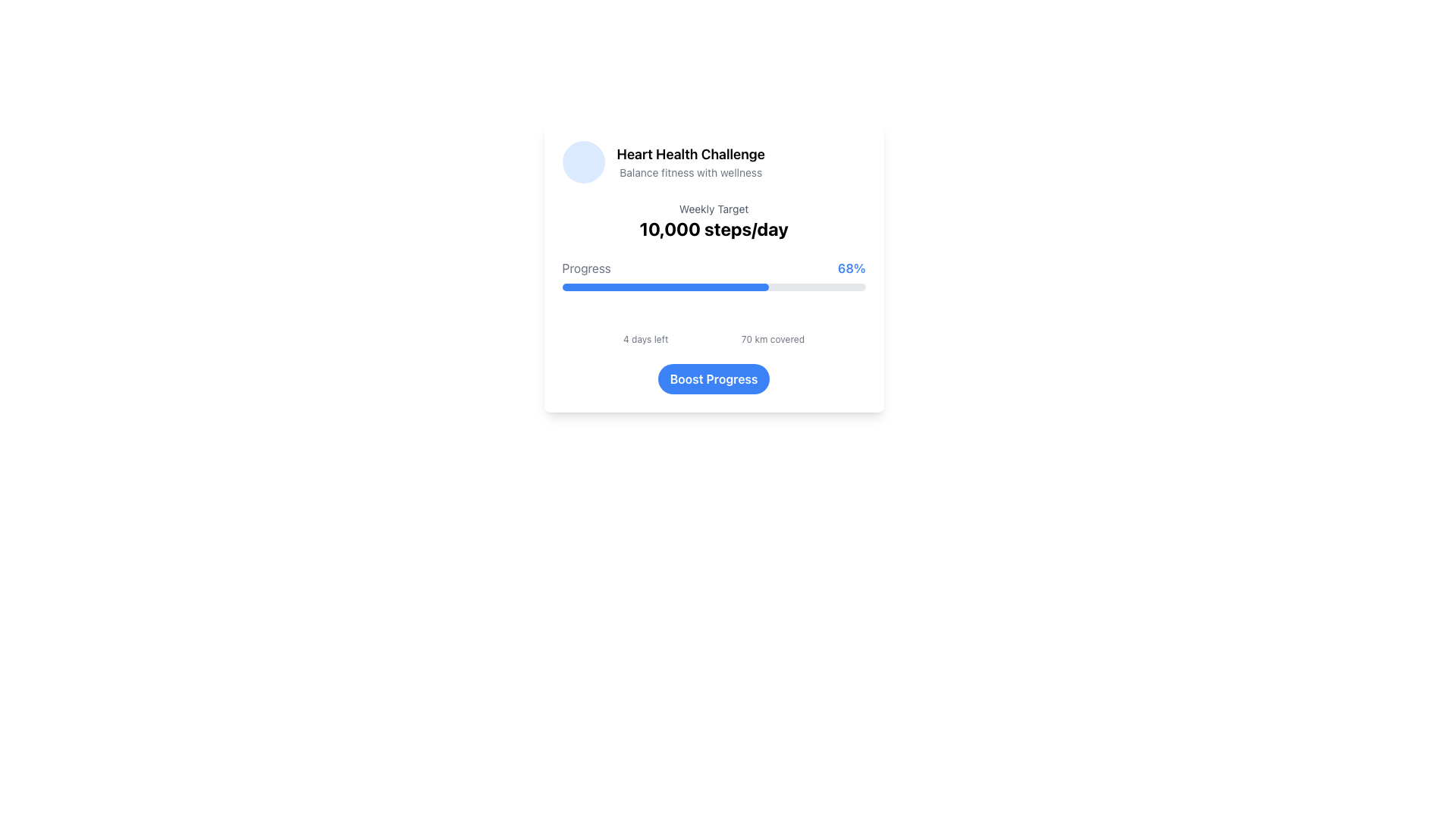  Describe the element at coordinates (713, 162) in the screenshot. I see `the Section header titled 'Heart Health Challenge' which features a blue circular icon and two lines of text, the first bold and the second in gray` at that location.